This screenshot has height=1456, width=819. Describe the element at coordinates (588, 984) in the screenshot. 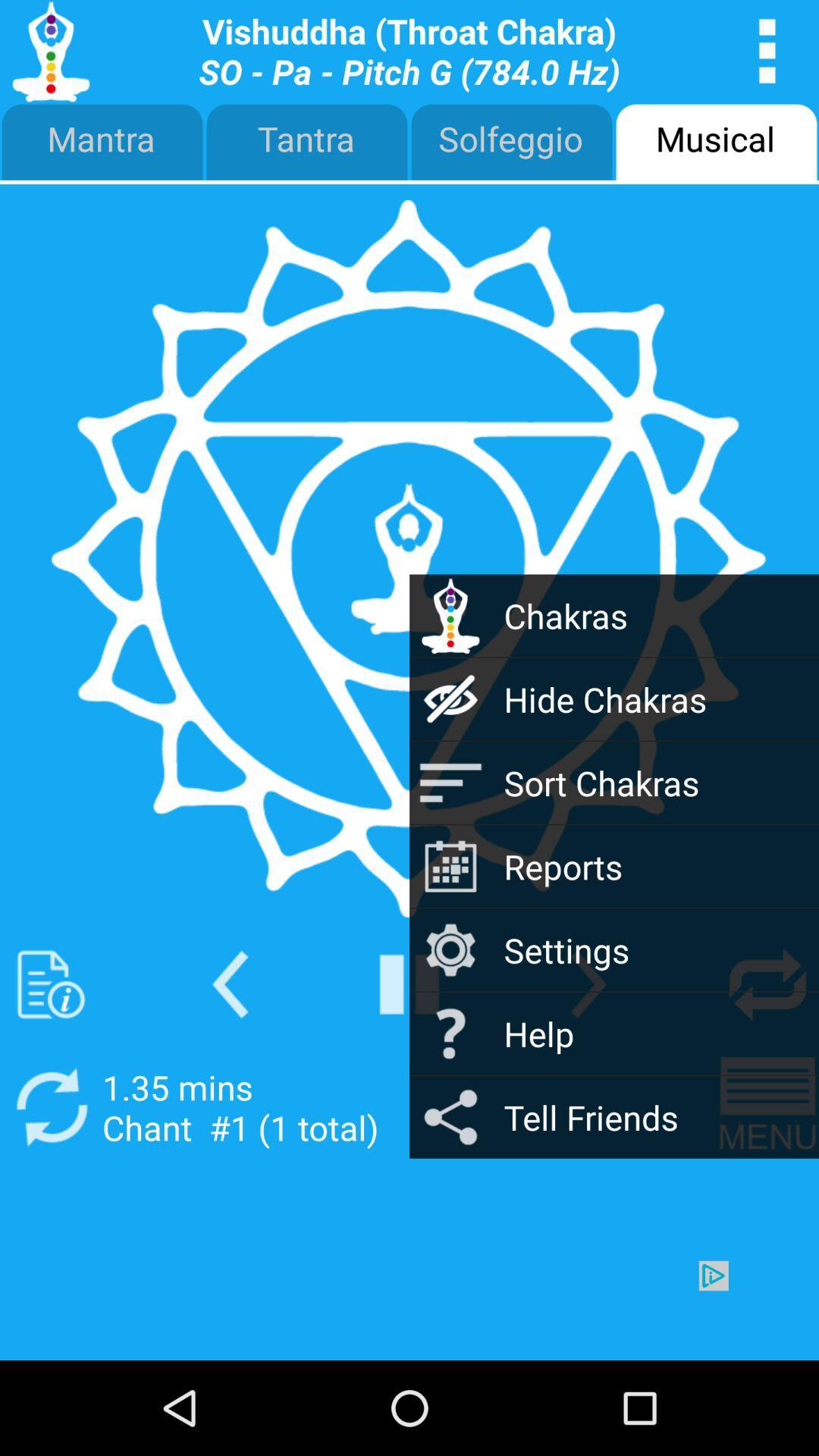

I see `settings` at that location.